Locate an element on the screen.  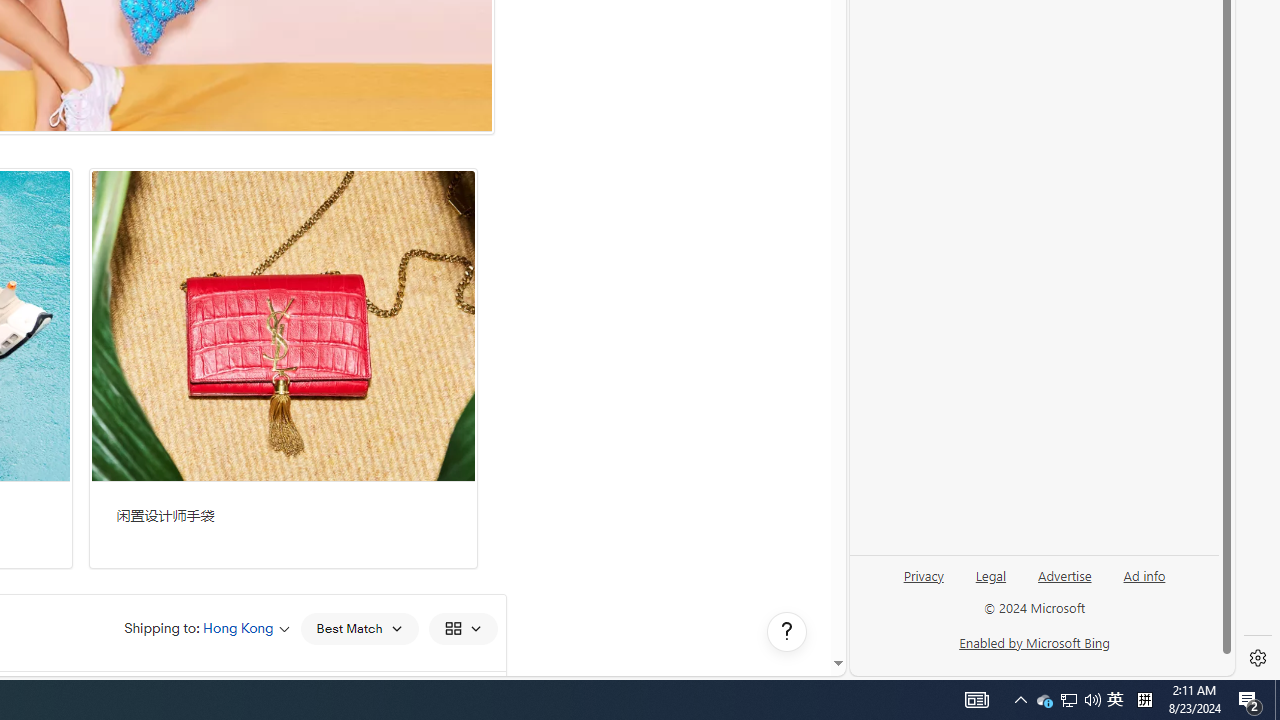
'Sort: Best Match' is located at coordinates (359, 627).